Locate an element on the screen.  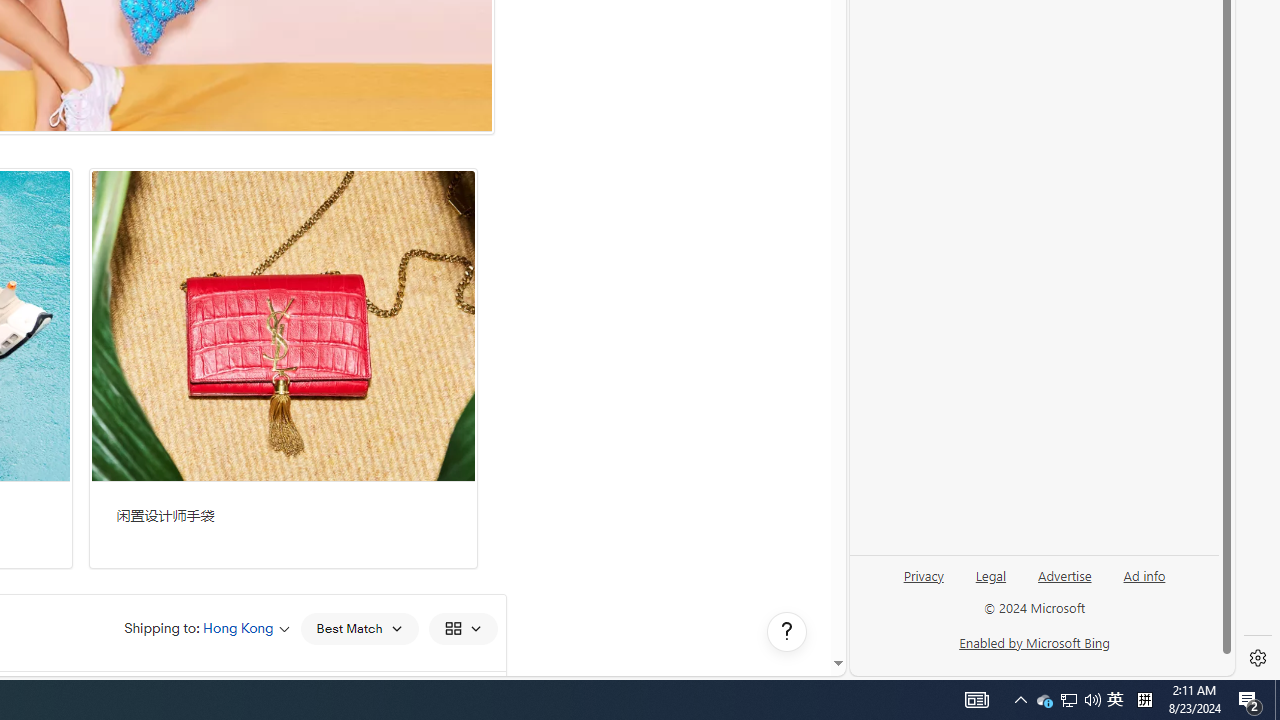
'Sort: Best Match' is located at coordinates (359, 627).